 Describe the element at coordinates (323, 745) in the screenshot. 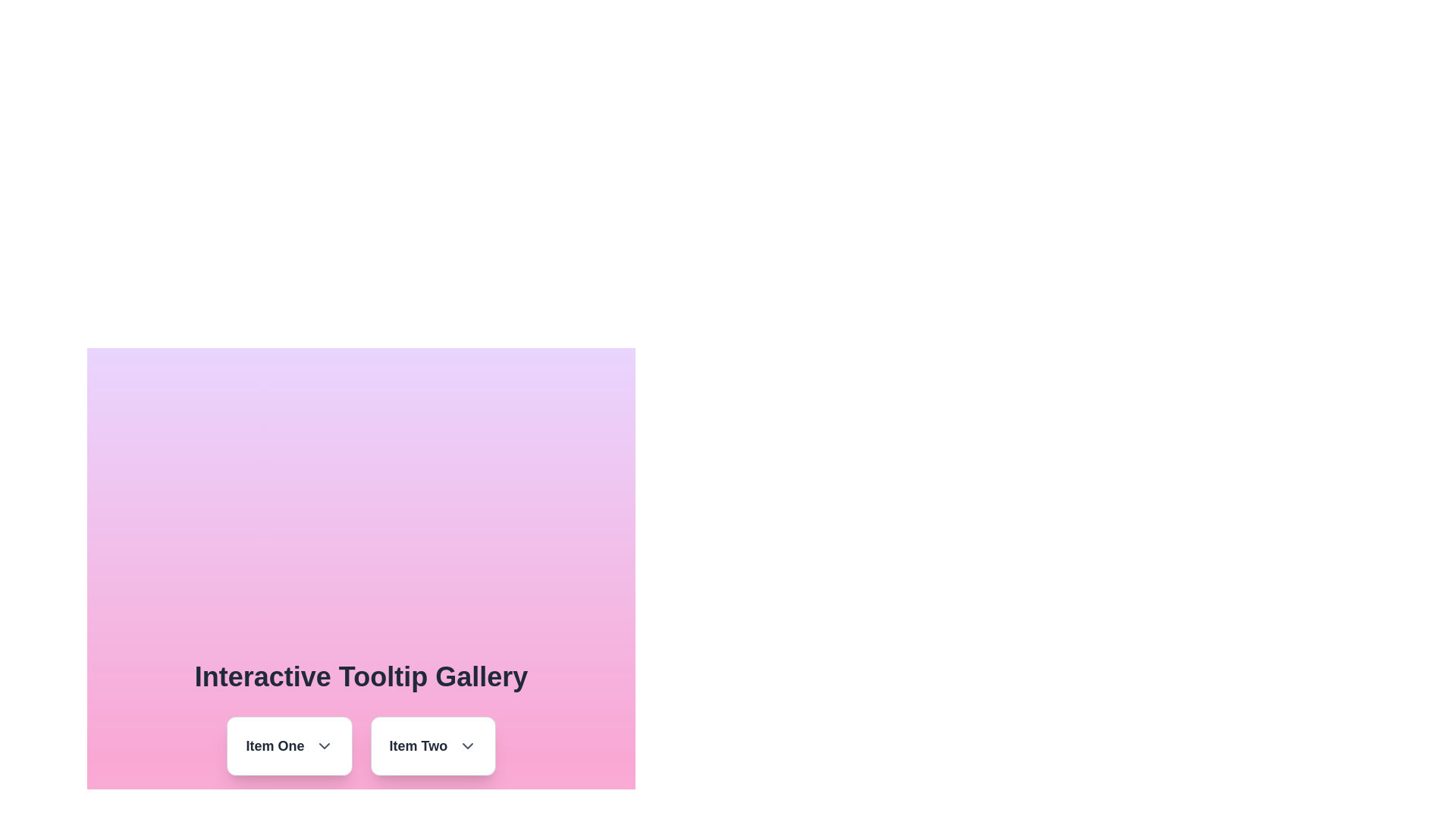

I see `the interactive icon located to the right of the 'Item One' text within the button group` at that location.